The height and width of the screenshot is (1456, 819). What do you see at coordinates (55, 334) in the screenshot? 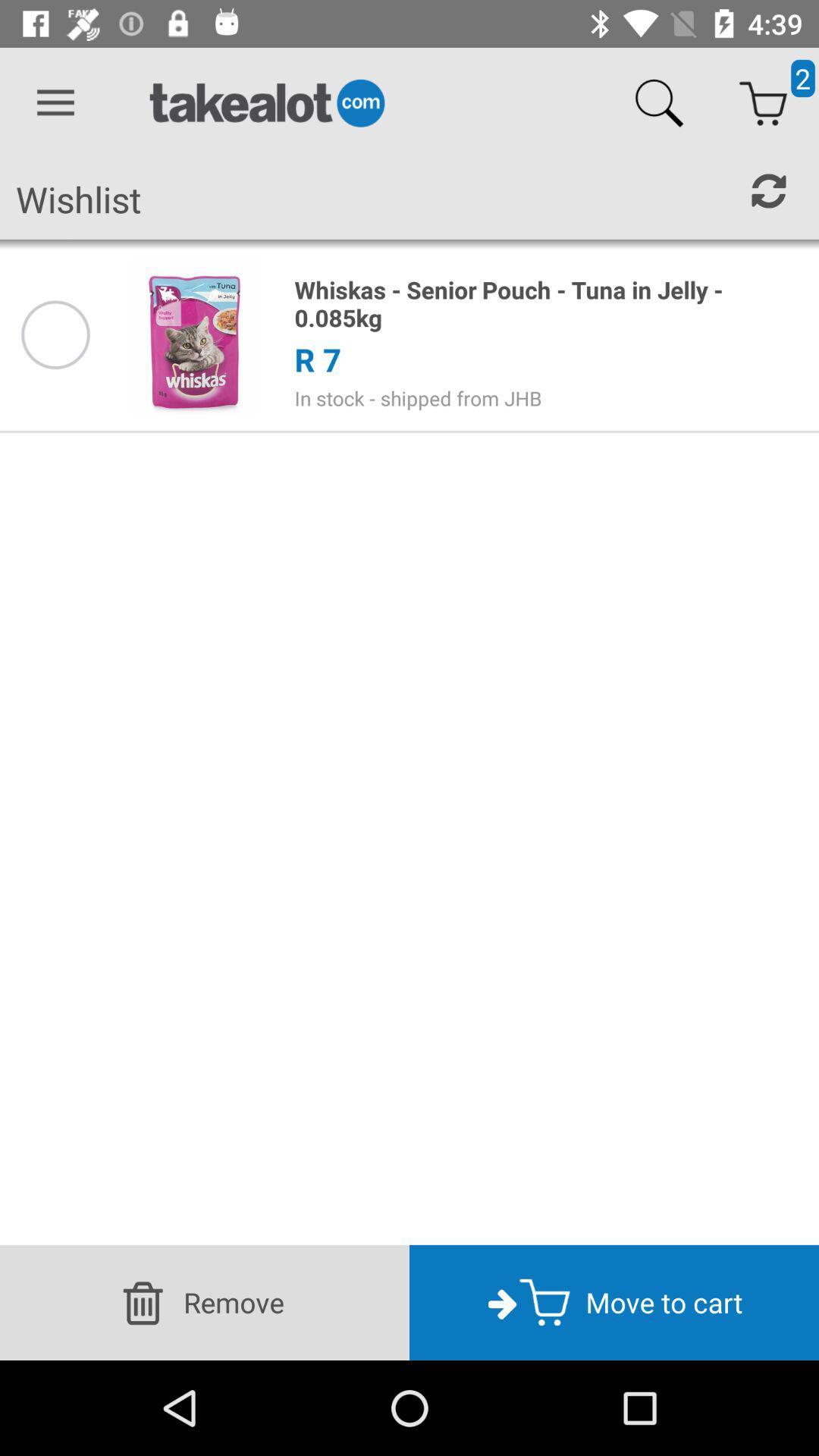
I see `its a bullet box which you click to select some item` at bounding box center [55, 334].